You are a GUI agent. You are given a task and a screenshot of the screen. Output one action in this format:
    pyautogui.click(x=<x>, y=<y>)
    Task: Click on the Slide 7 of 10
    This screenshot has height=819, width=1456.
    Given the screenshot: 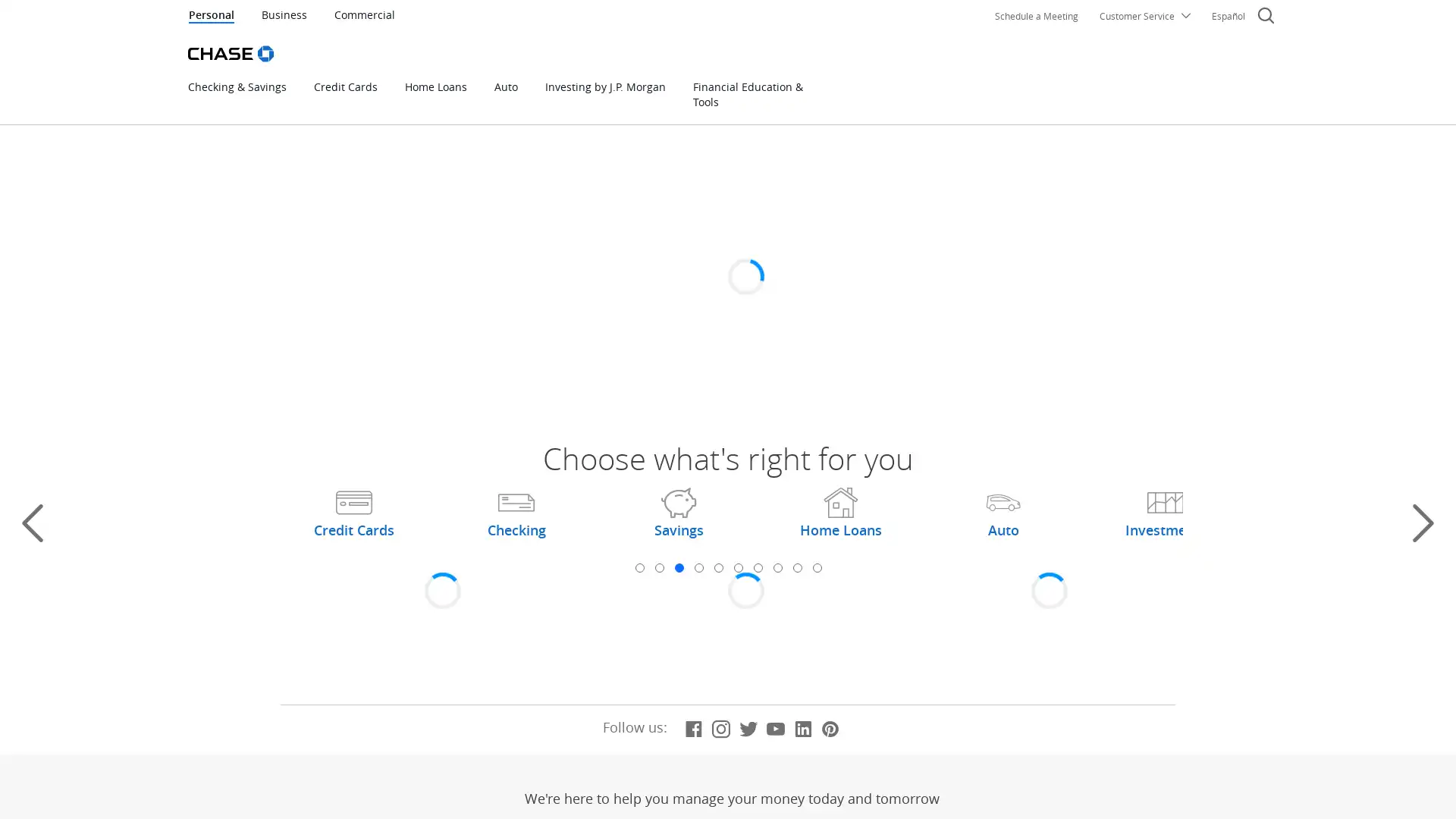 What is the action you would take?
    pyautogui.click(x=757, y=567)
    